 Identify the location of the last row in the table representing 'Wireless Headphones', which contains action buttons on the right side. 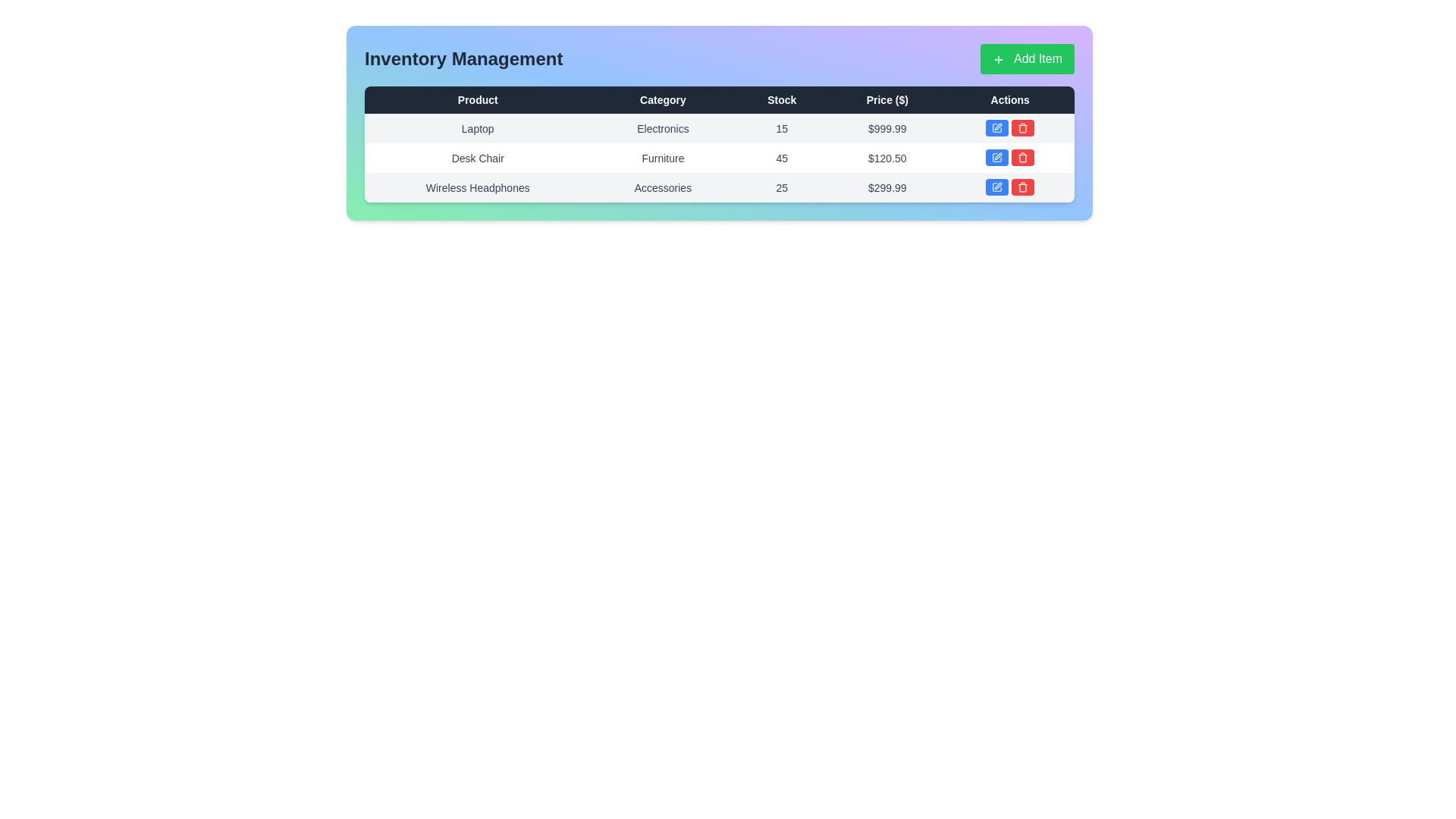
(719, 187).